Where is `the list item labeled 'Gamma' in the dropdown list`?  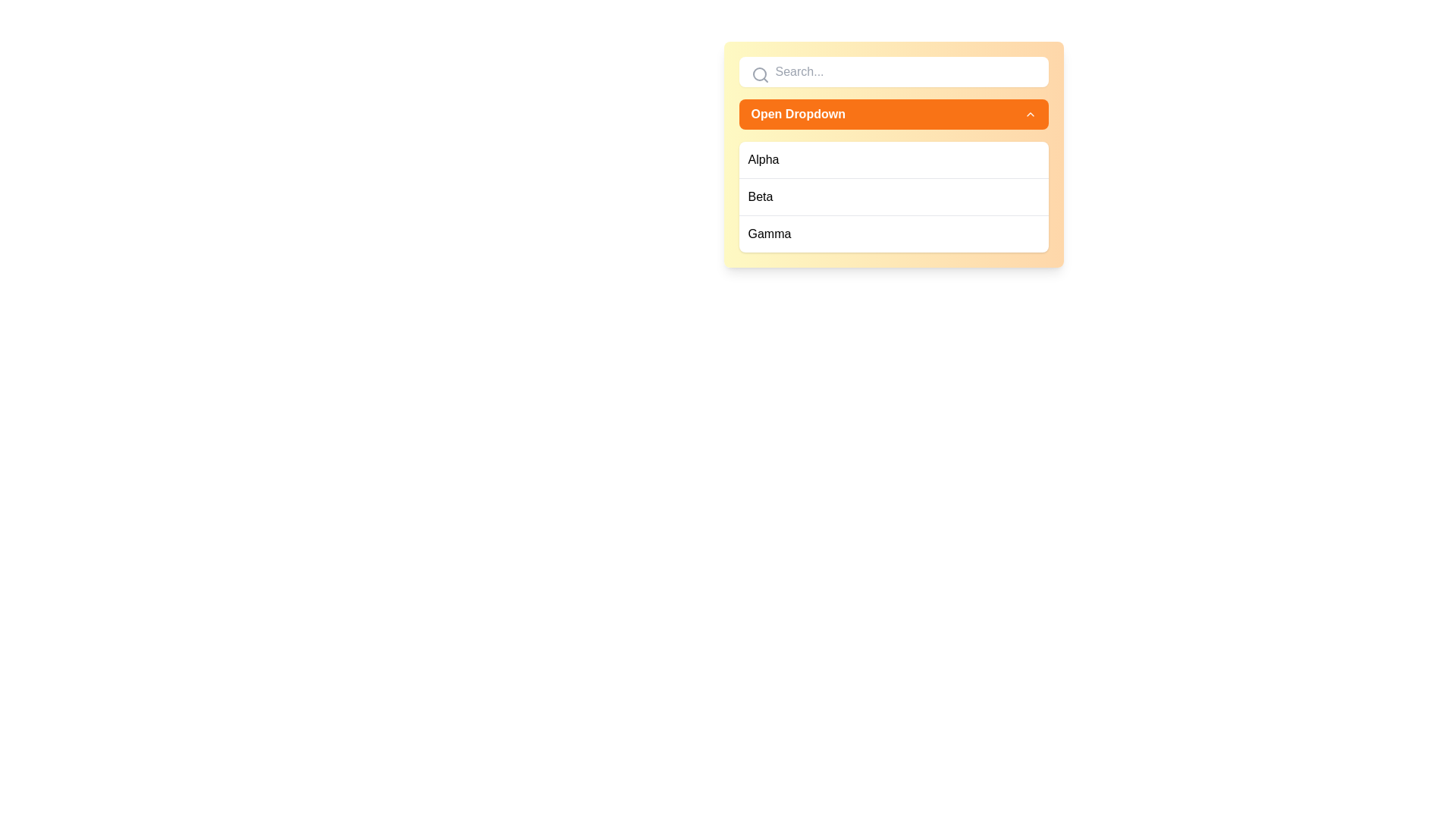
the list item labeled 'Gamma' in the dropdown list is located at coordinates (769, 234).